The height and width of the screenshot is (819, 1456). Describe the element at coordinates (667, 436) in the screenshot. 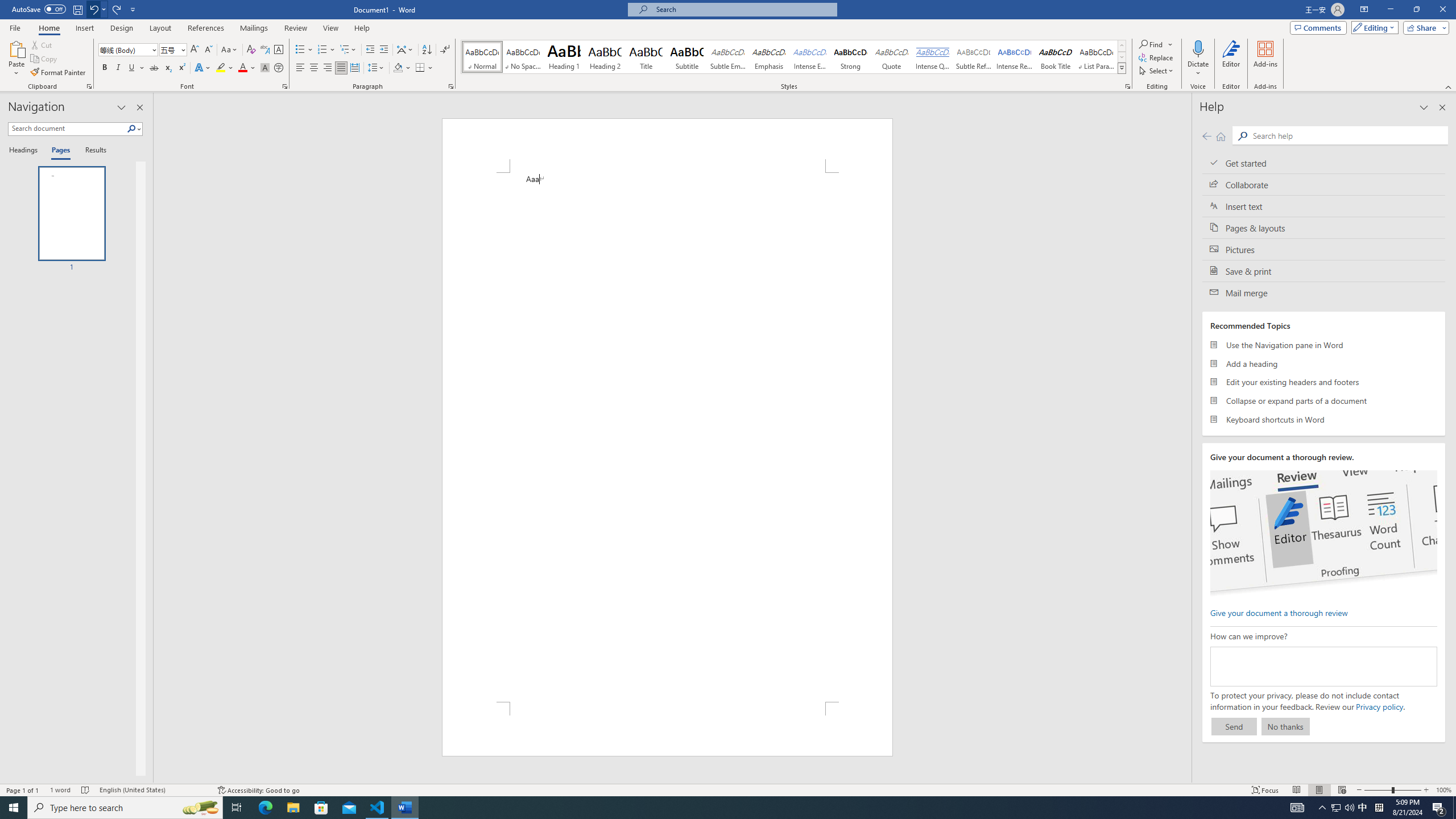

I see `'Page 1 content'` at that location.